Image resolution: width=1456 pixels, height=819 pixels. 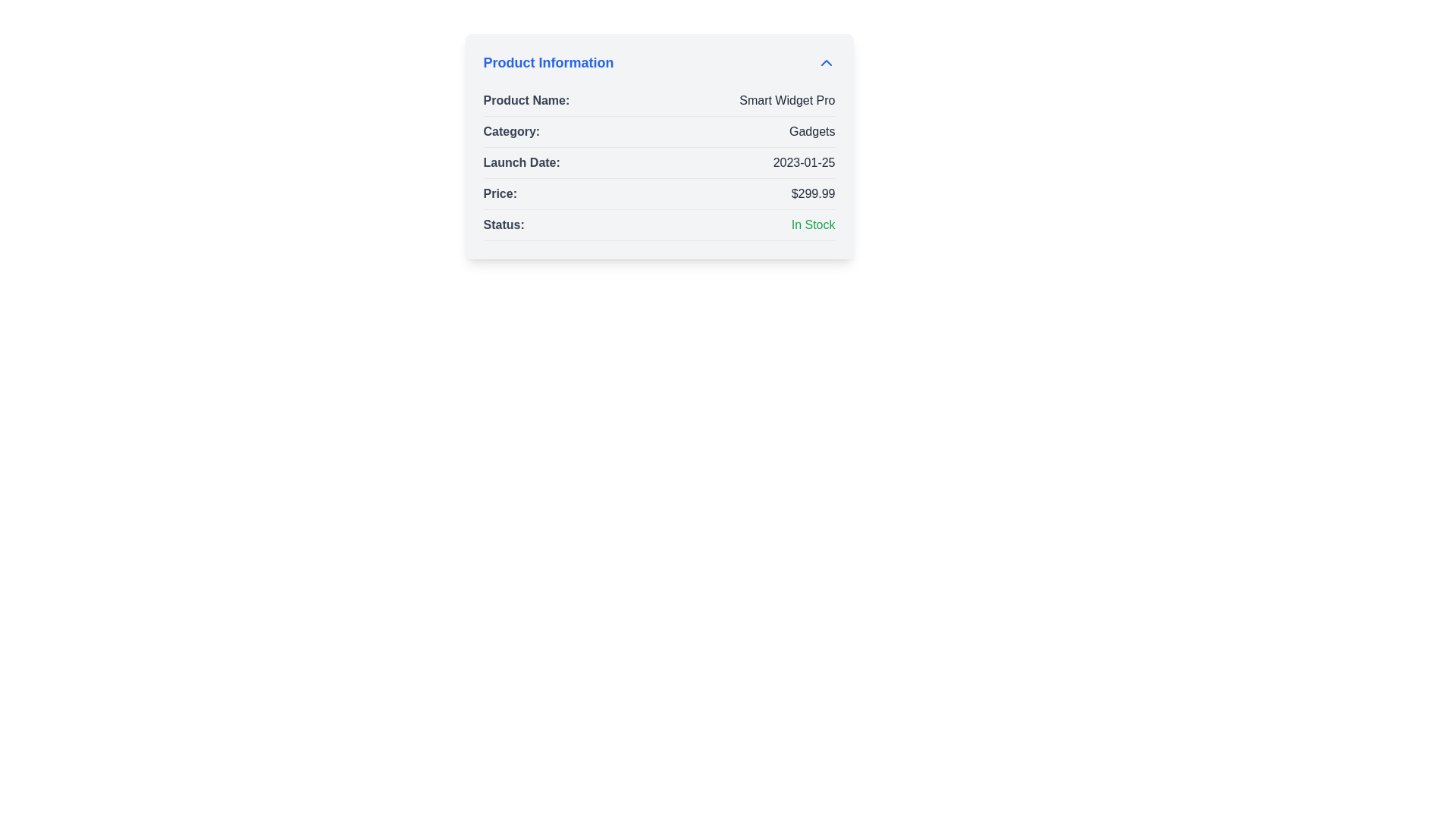 What do you see at coordinates (825, 62) in the screenshot?
I see `the chevron icon in the header of the 'Product Information' section` at bounding box center [825, 62].